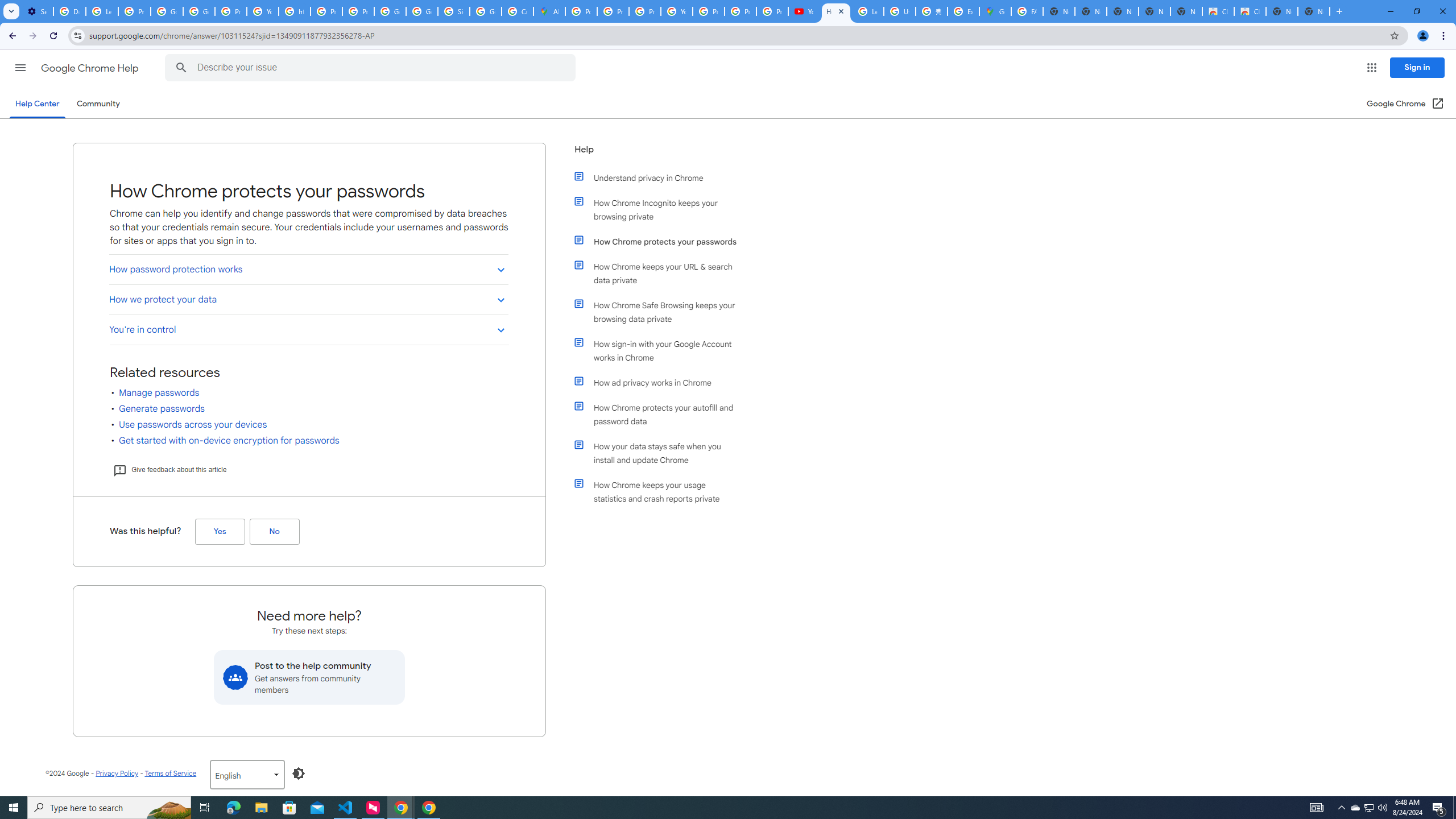 This screenshot has width=1456, height=819. What do you see at coordinates (159, 392) in the screenshot?
I see `'Manage passwords'` at bounding box center [159, 392].